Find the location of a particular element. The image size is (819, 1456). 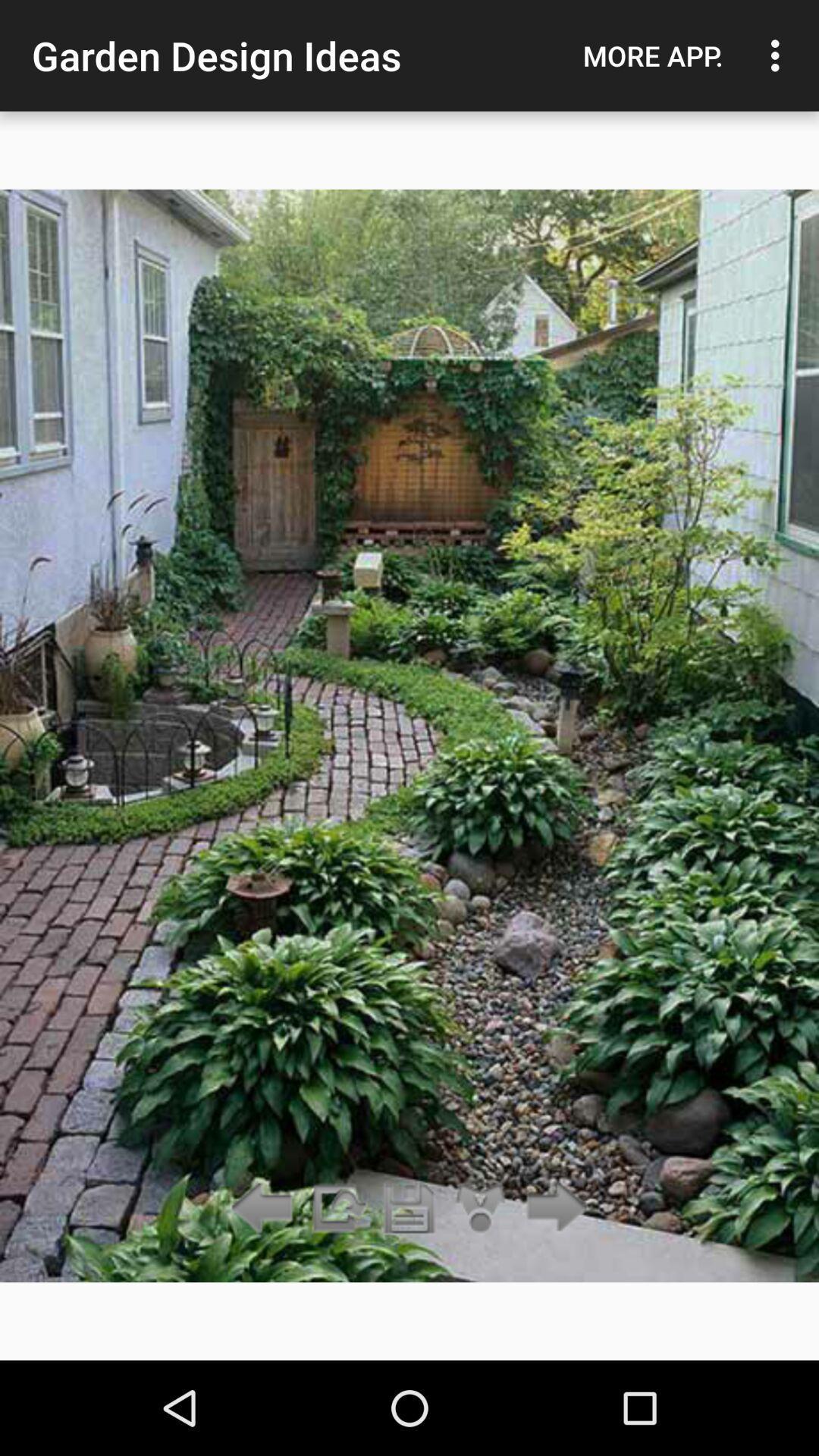

save is located at coordinates (409, 1208).